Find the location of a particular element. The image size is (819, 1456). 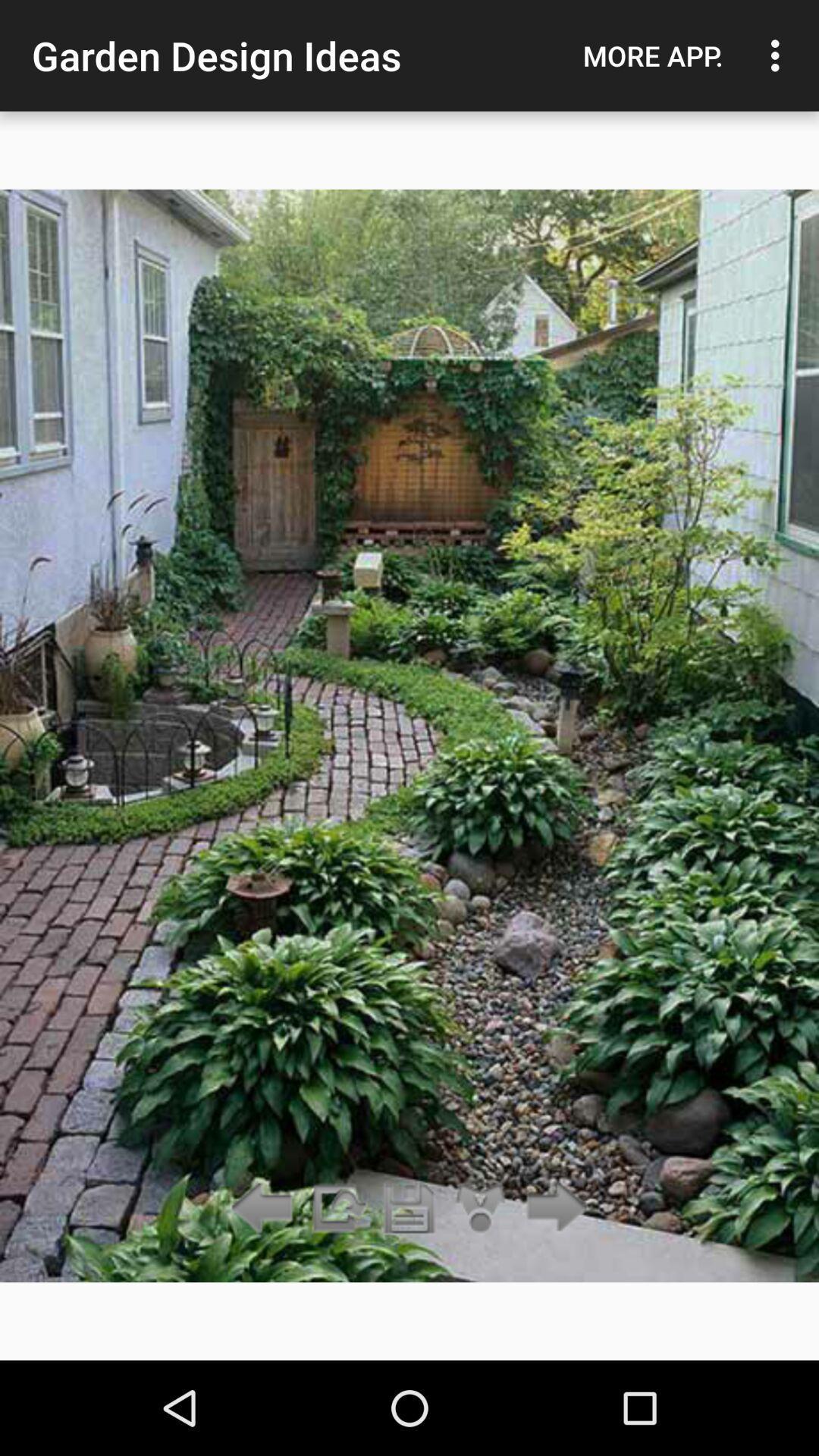

save is located at coordinates (409, 1208).